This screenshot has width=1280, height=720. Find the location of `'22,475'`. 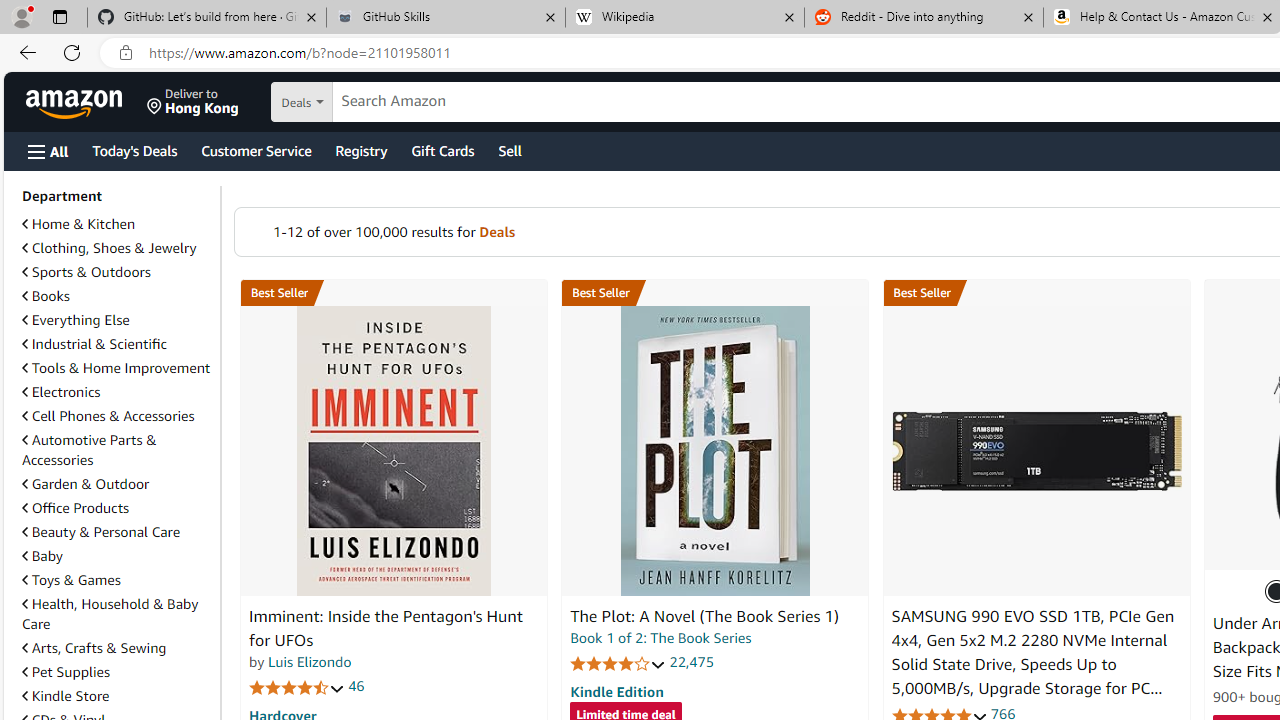

'22,475' is located at coordinates (691, 662).